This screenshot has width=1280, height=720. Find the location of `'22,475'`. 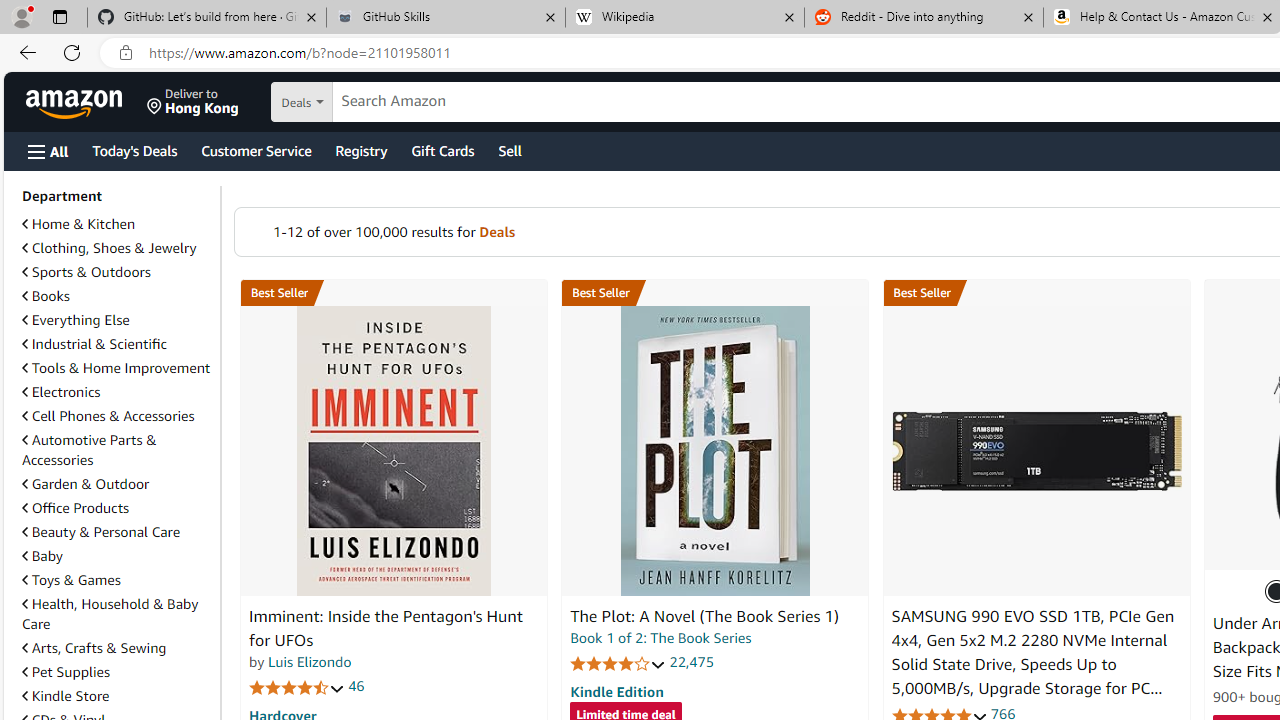

'22,475' is located at coordinates (691, 662).